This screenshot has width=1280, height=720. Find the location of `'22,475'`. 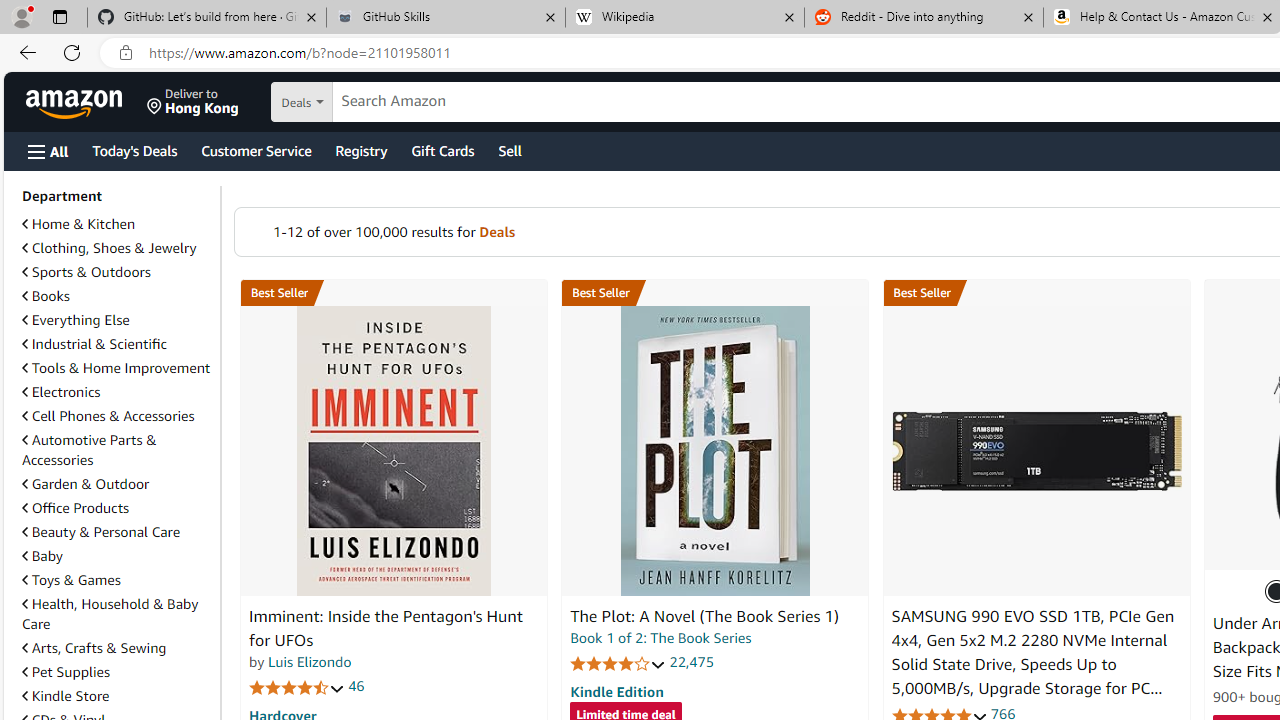

'22,475' is located at coordinates (691, 662).